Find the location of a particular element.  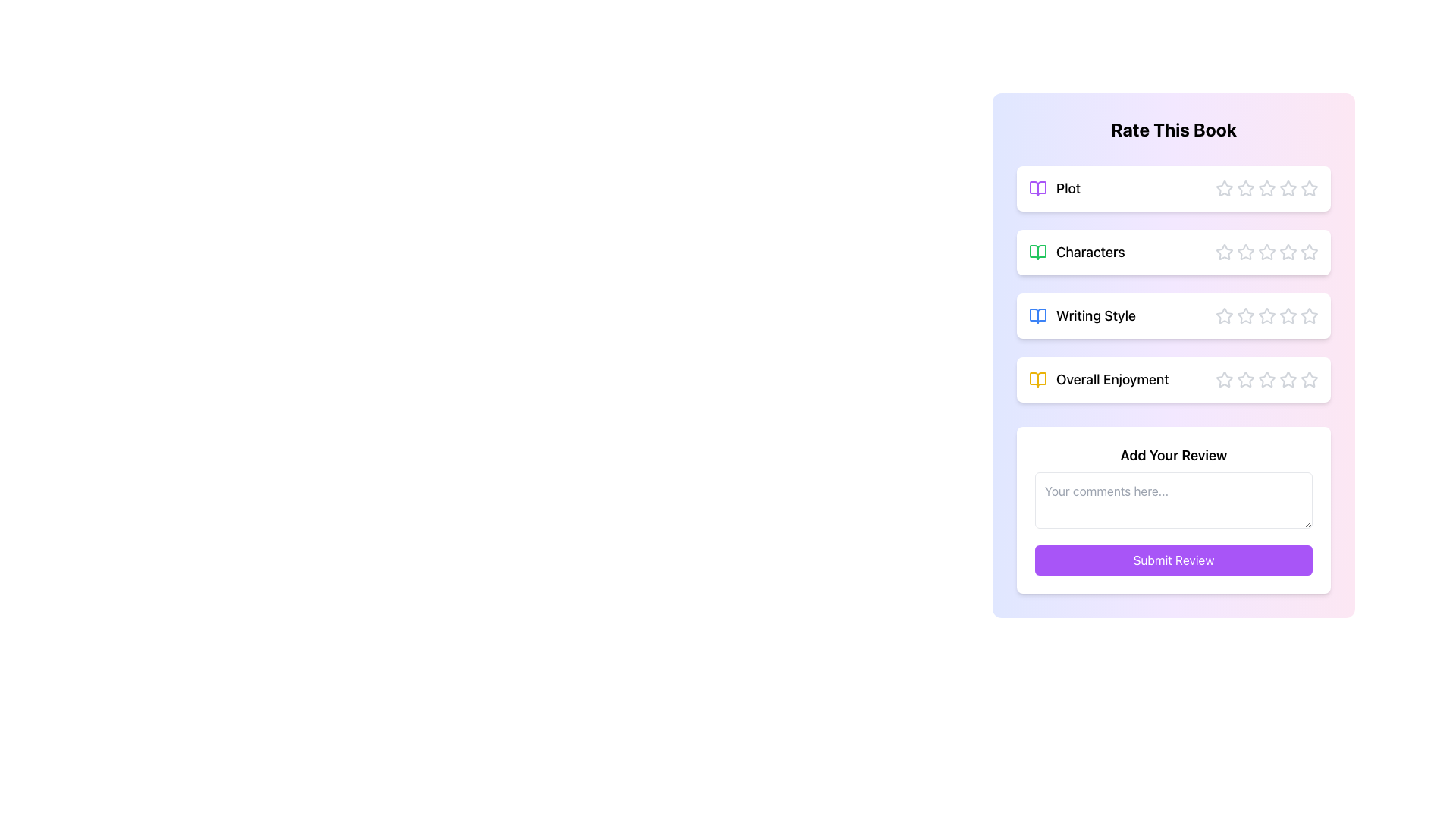

the third star in the 'Rate This Book' section next to the label 'Plot', which is currently inactive with a gray outline is located at coordinates (1266, 188).